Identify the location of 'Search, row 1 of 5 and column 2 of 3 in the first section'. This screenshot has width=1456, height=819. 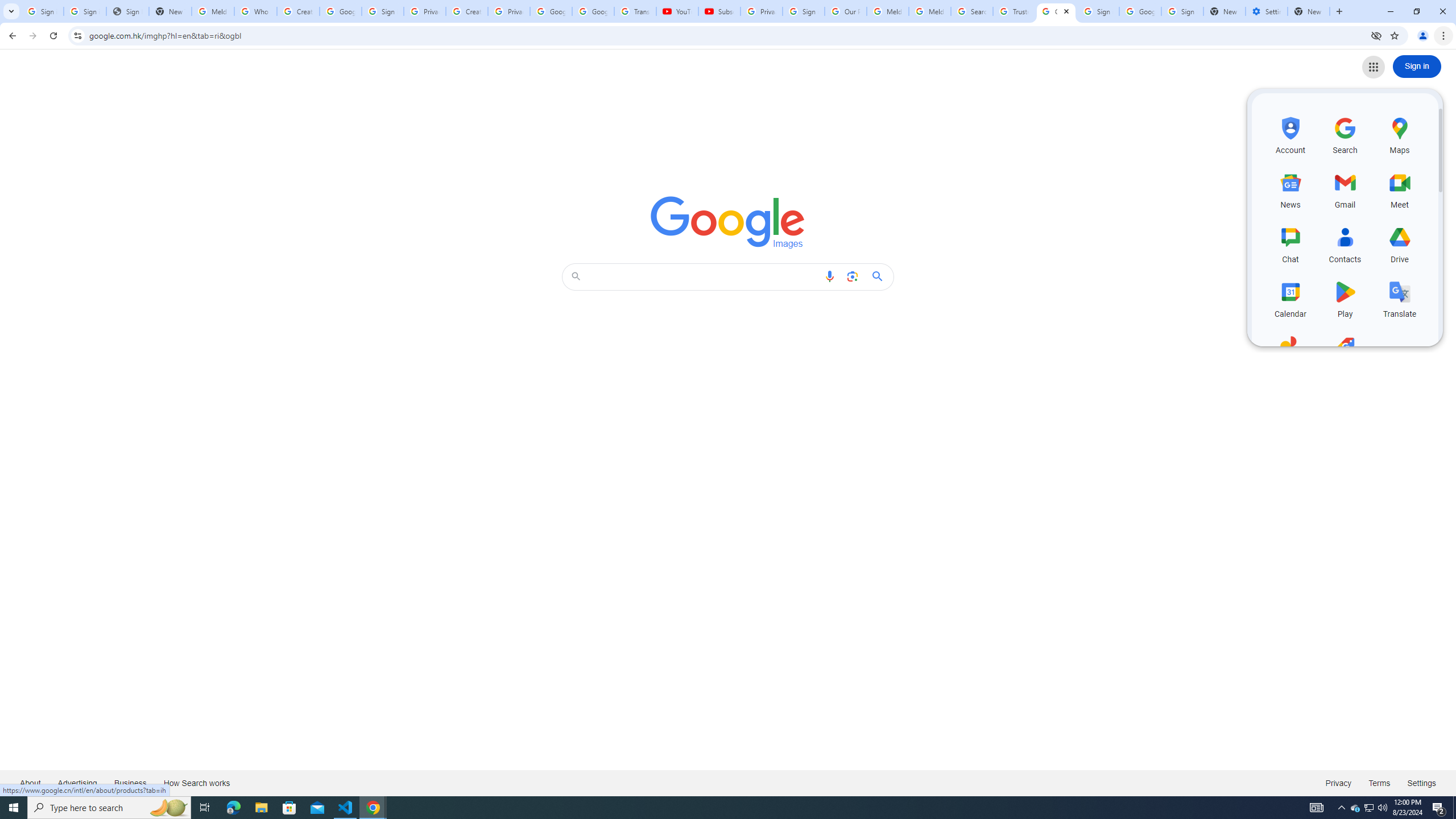
(1345, 134).